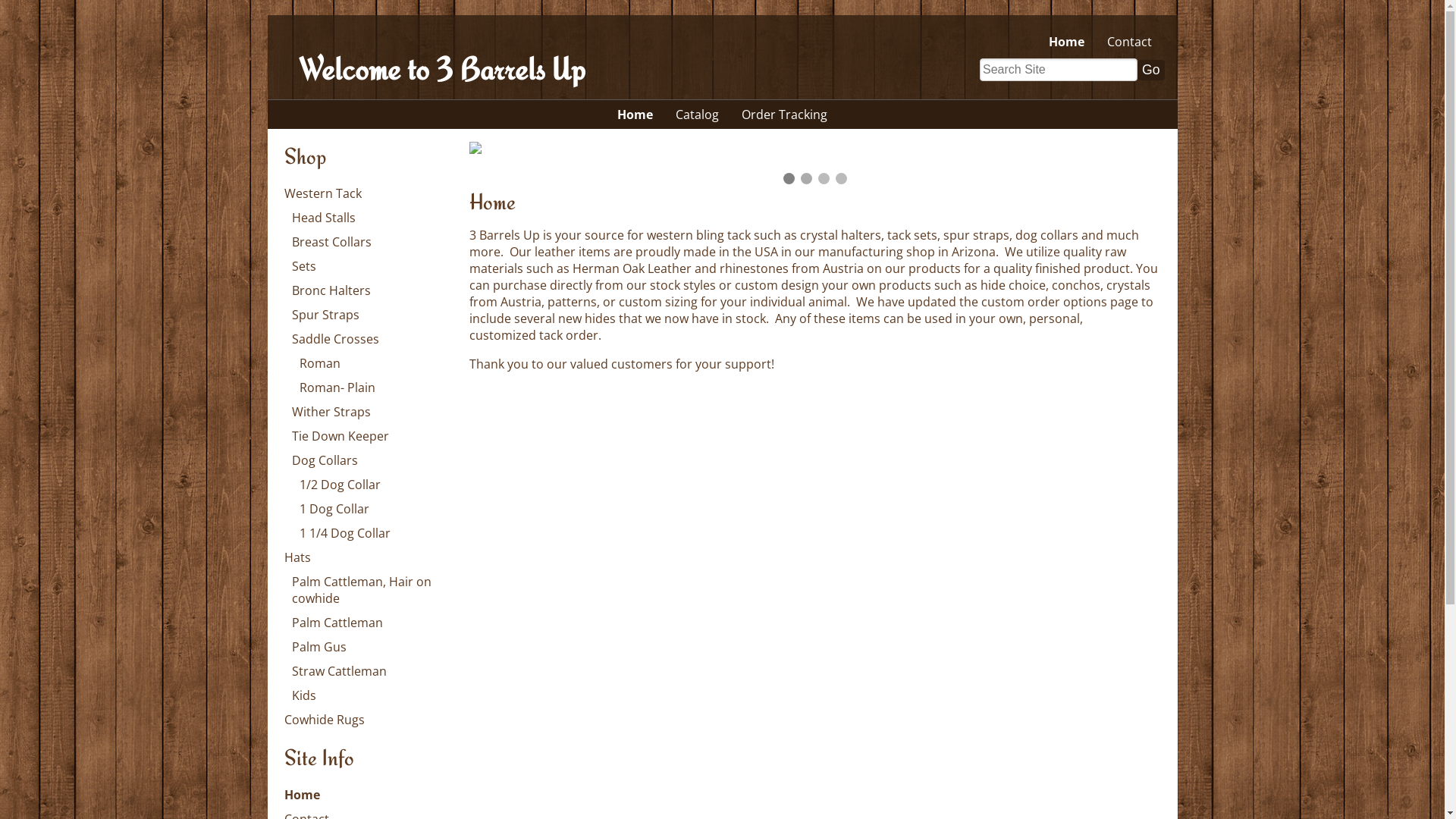 The height and width of the screenshot is (819, 1456). Describe the element at coordinates (323, 459) in the screenshot. I see `'Dog Collars'` at that location.